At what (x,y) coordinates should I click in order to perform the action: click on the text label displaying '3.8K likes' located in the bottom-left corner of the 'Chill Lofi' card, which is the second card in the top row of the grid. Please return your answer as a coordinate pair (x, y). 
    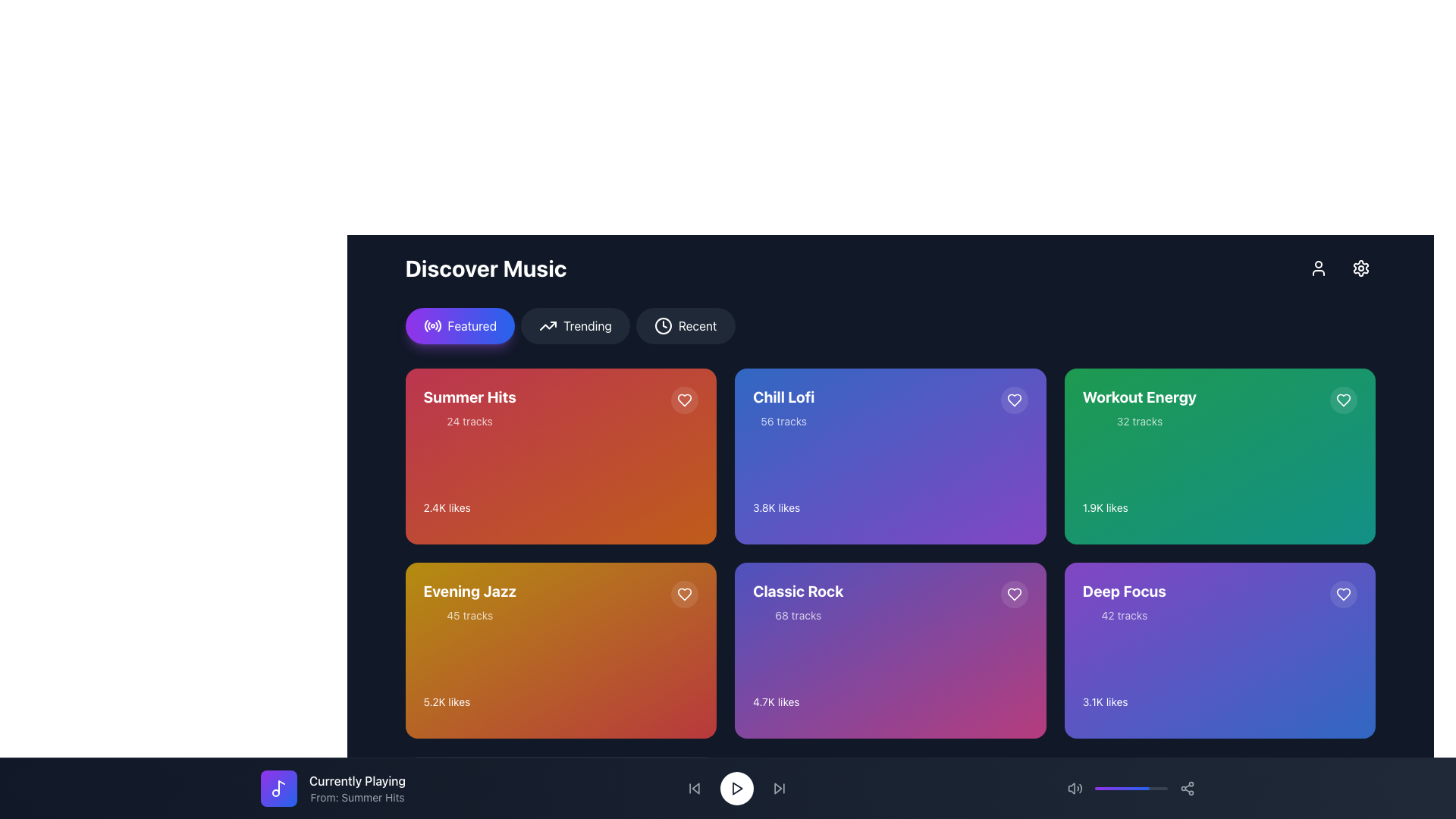
    Looking at the image, I should click on (777, 508).